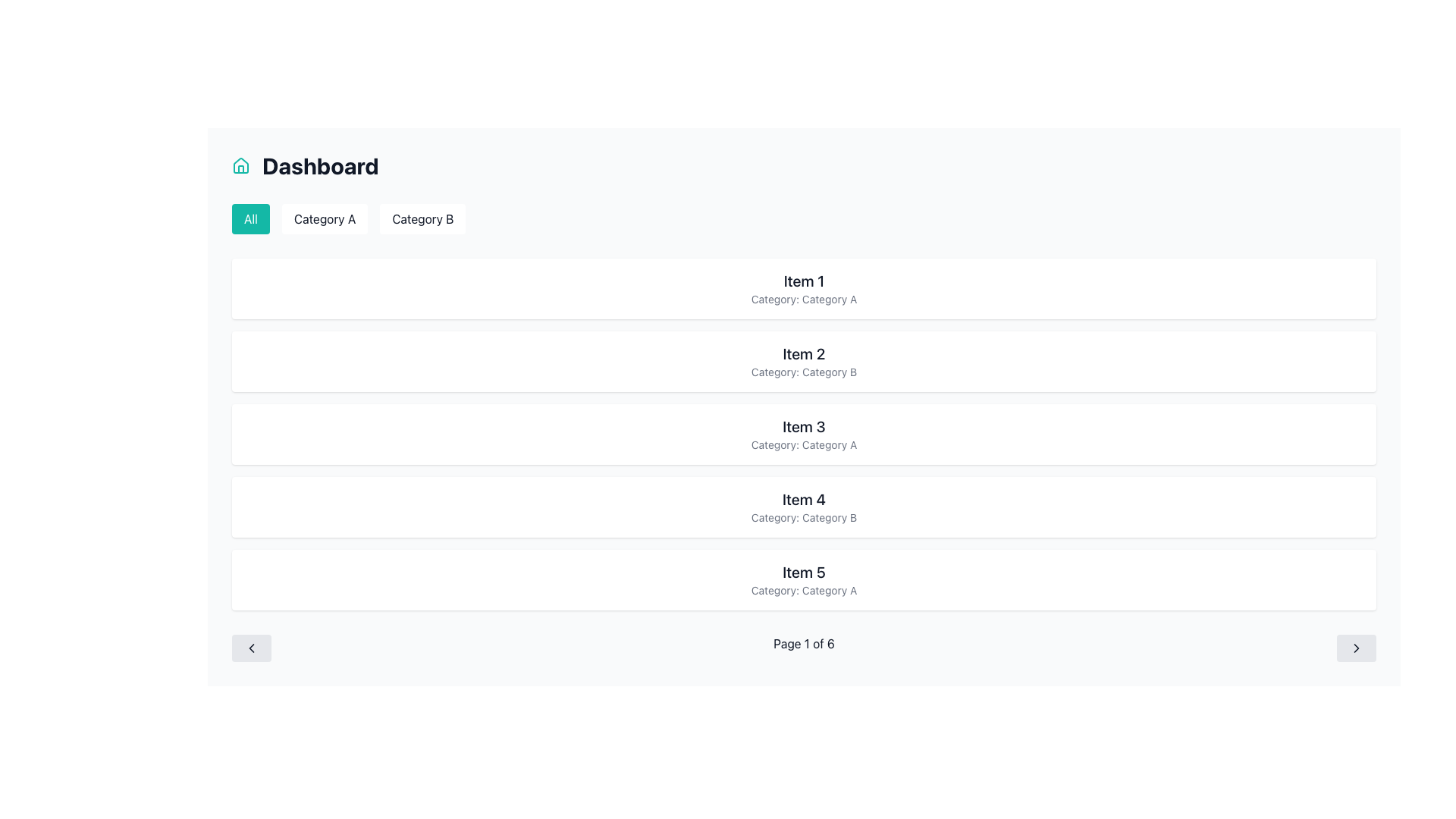  I want to click on the text label that specifies the item belongs to 'Category A', located within the card labeled 'Item 5', which is the second piece of text in that card, so click(803, 590).